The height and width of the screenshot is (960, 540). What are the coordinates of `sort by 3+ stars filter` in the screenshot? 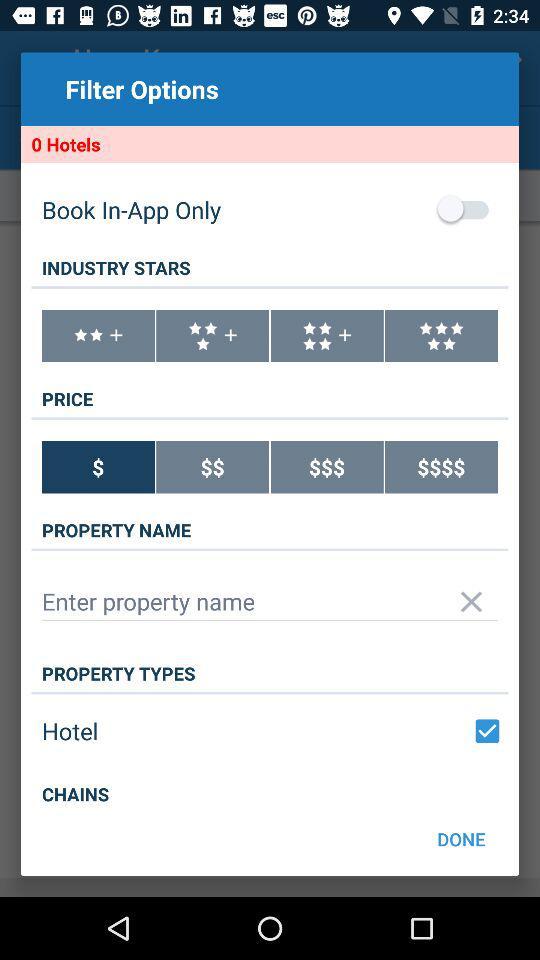 It's located at (211, 336).